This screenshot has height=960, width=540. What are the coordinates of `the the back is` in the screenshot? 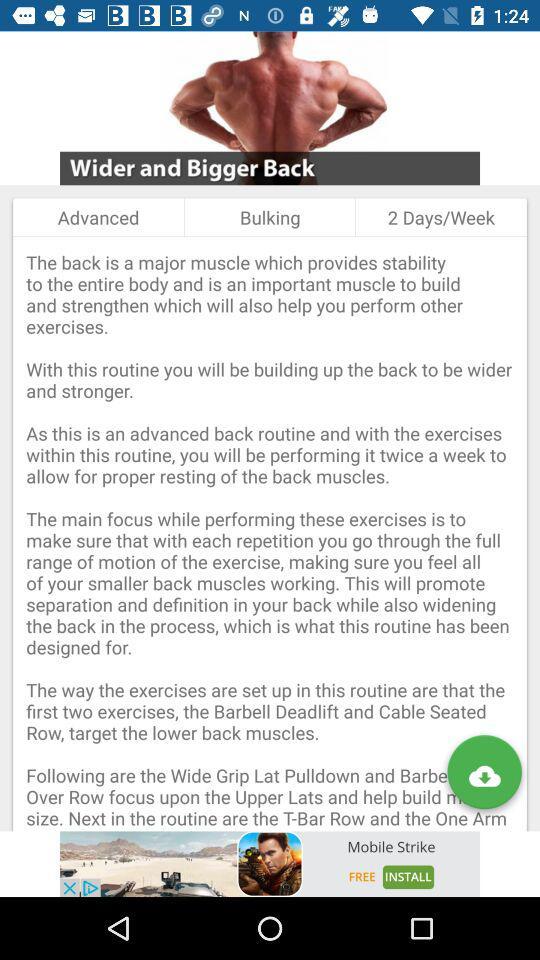 It's located at (270, 533).